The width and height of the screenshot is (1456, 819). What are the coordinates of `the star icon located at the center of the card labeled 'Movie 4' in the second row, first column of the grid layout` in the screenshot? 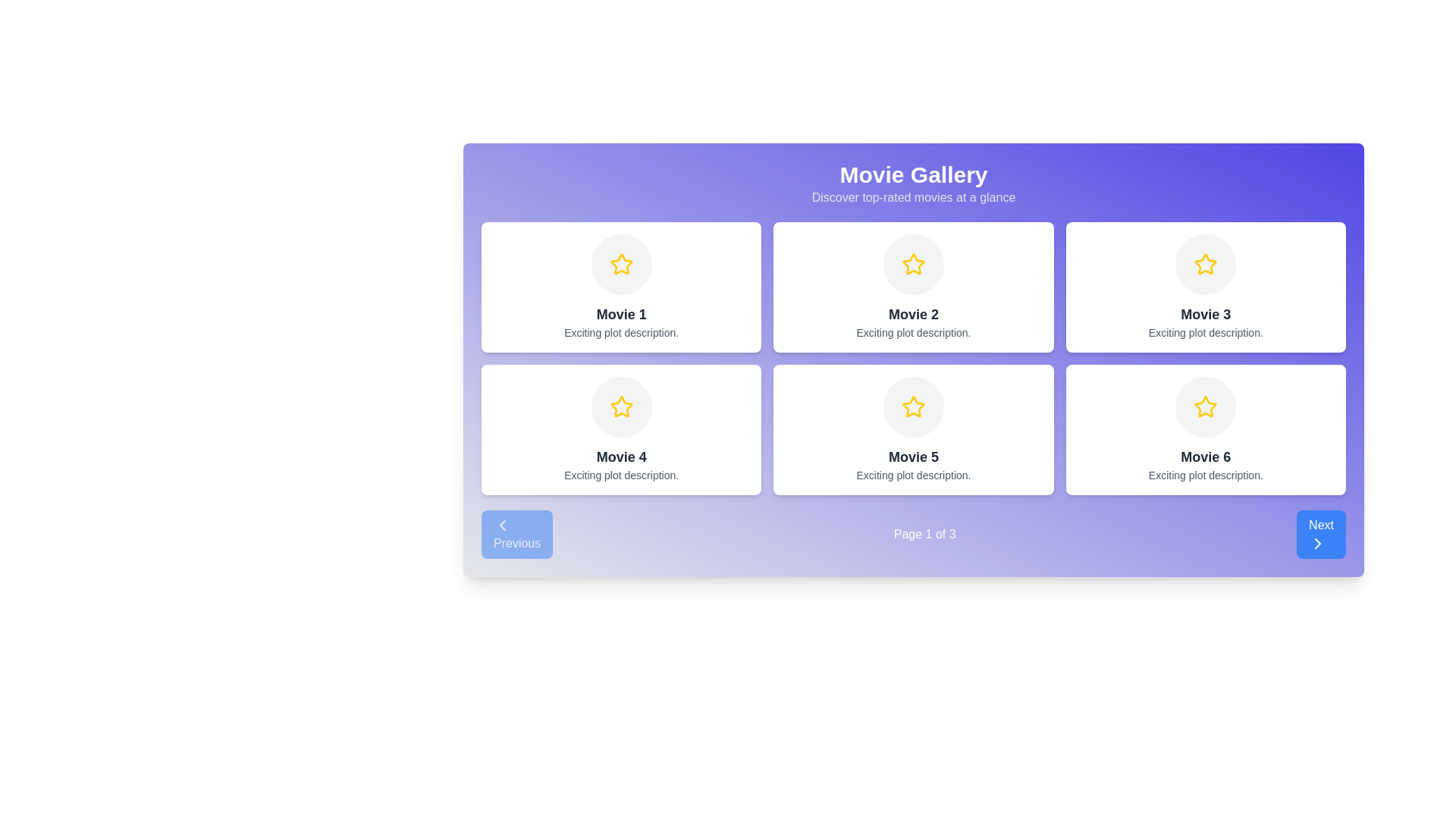 It's located at (621, 406).